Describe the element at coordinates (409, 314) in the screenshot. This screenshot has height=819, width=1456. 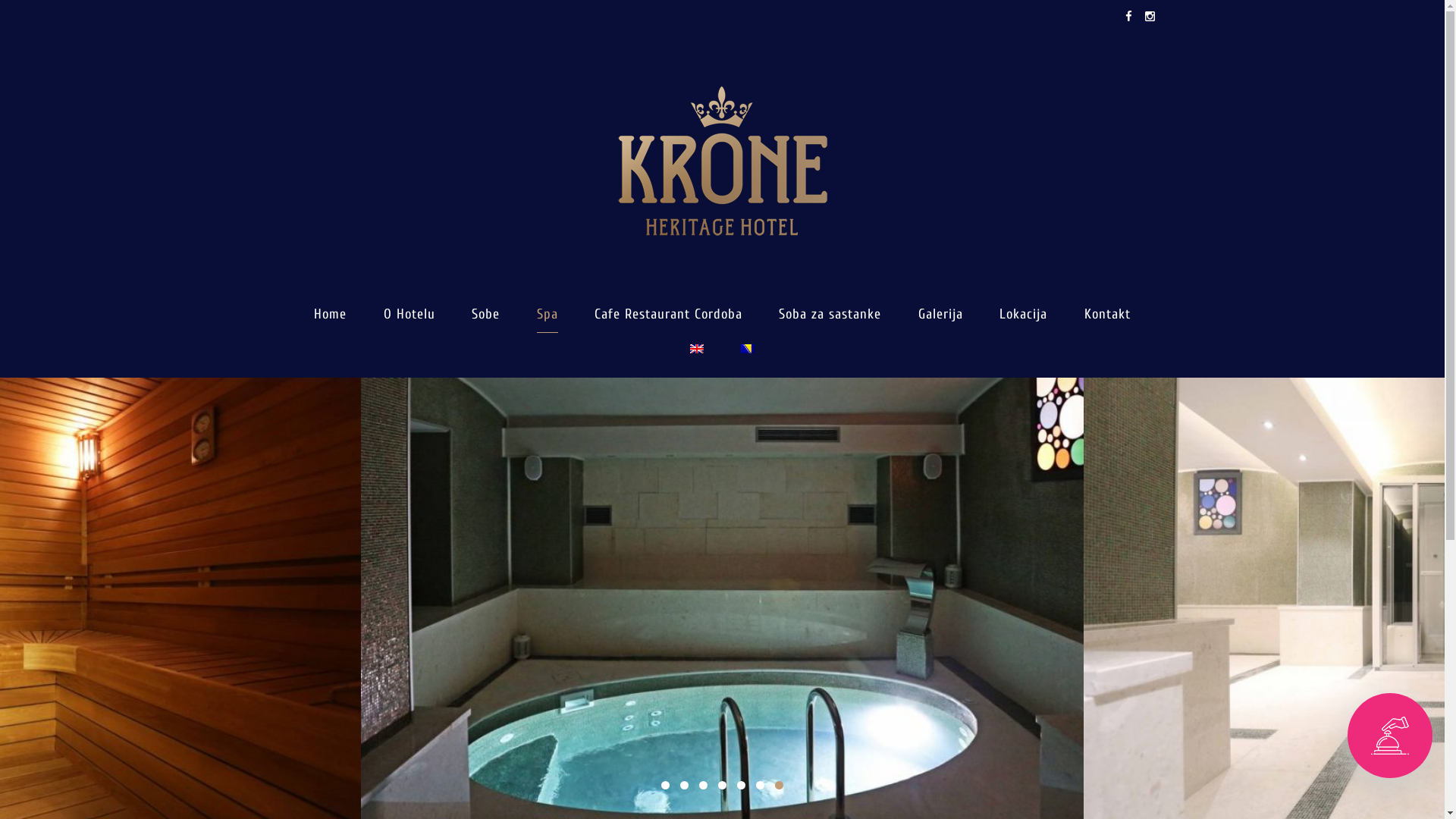
I see `'O Hotelu'` at that location.